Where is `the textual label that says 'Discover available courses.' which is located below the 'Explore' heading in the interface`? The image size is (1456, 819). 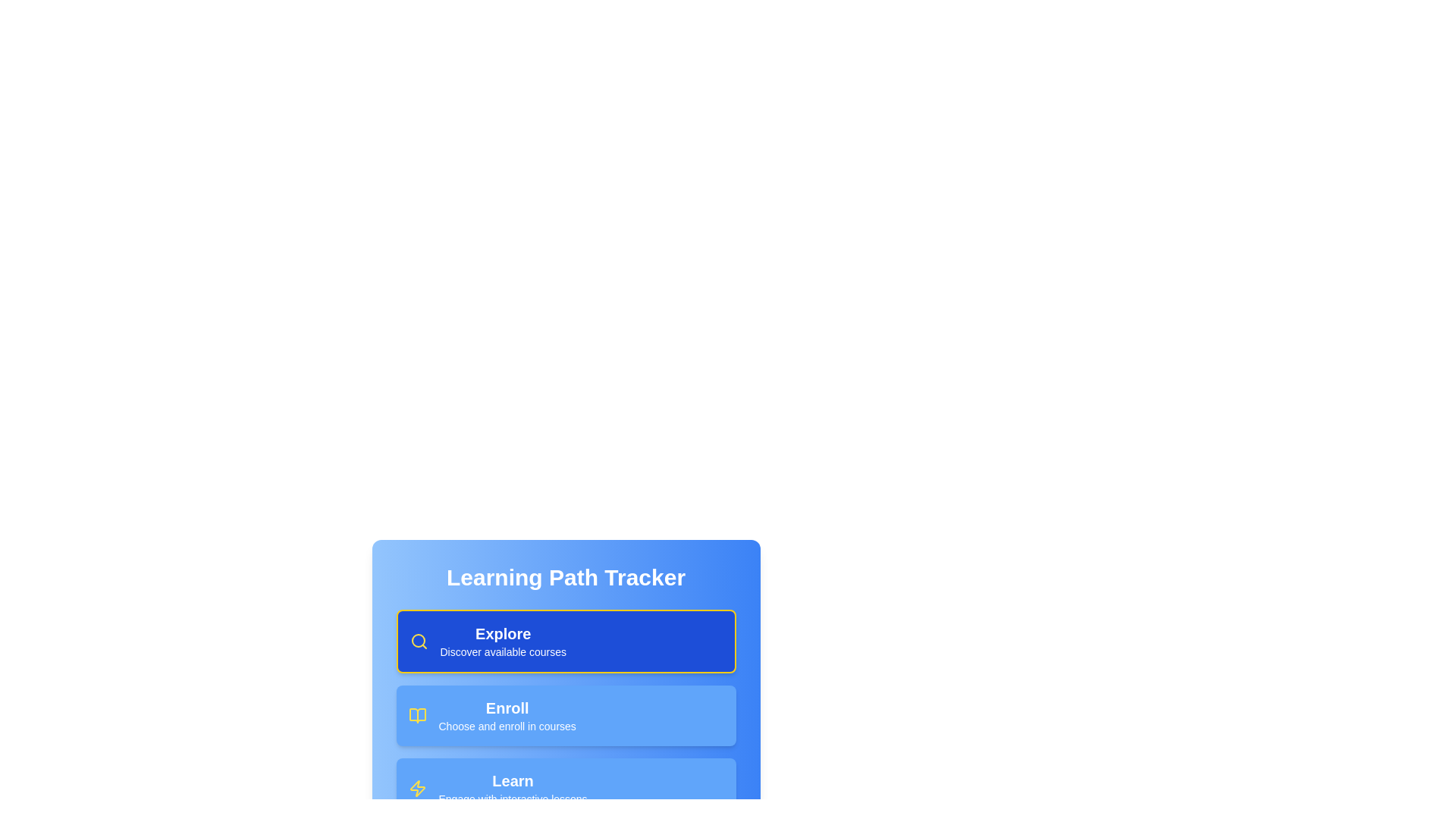 the textual label that says 'Discover available courses.' which is located below the 'Explore' heading in the interface is located at coordinates (503, 651).